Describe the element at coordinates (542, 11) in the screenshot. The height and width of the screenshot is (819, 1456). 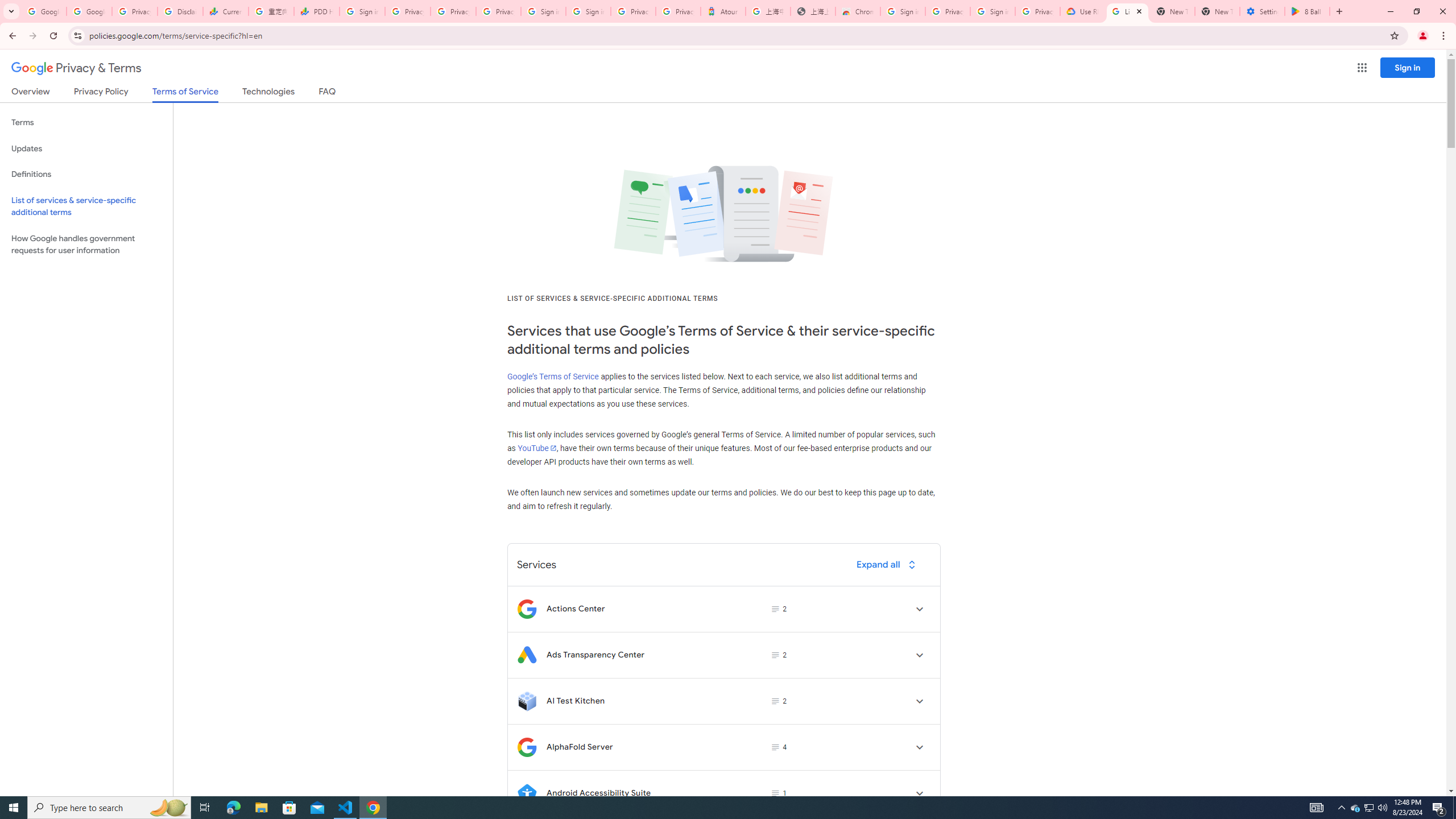
I see `'Sign in - Google Accounts'` at that location.